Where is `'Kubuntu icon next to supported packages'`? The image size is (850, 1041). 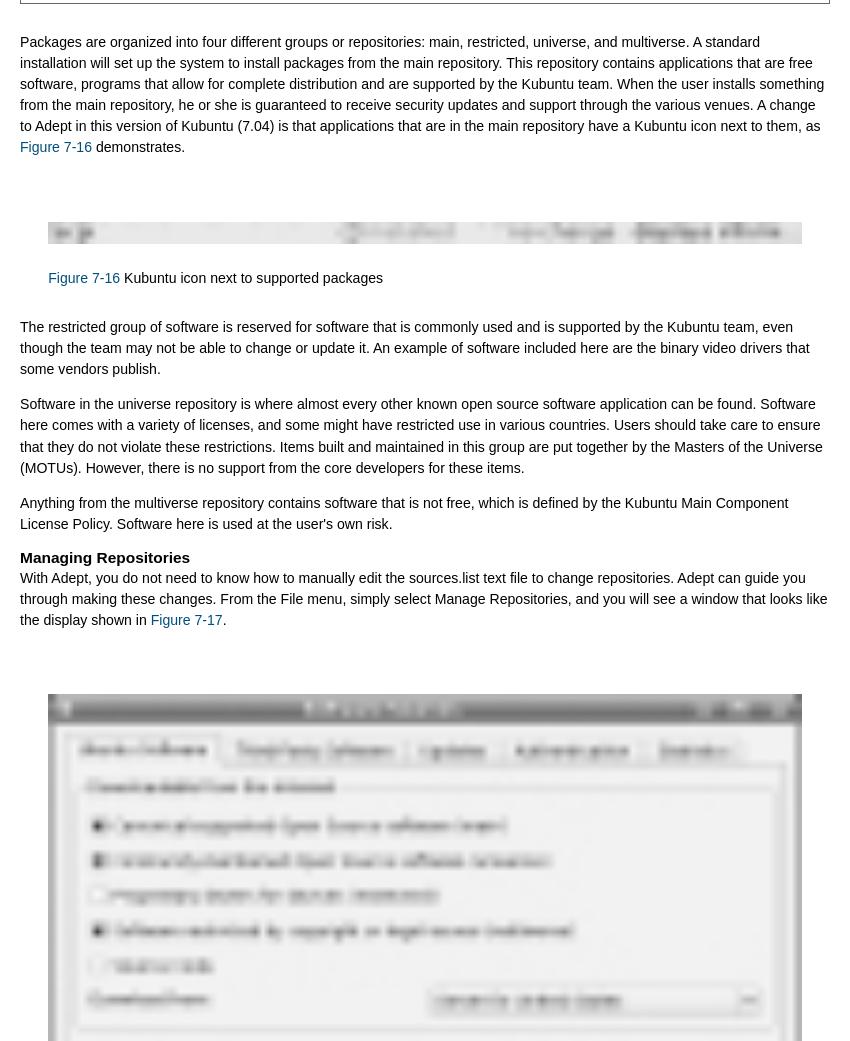 'Kubuntu icon next to supported packages' is located at coordinates (119, 276).